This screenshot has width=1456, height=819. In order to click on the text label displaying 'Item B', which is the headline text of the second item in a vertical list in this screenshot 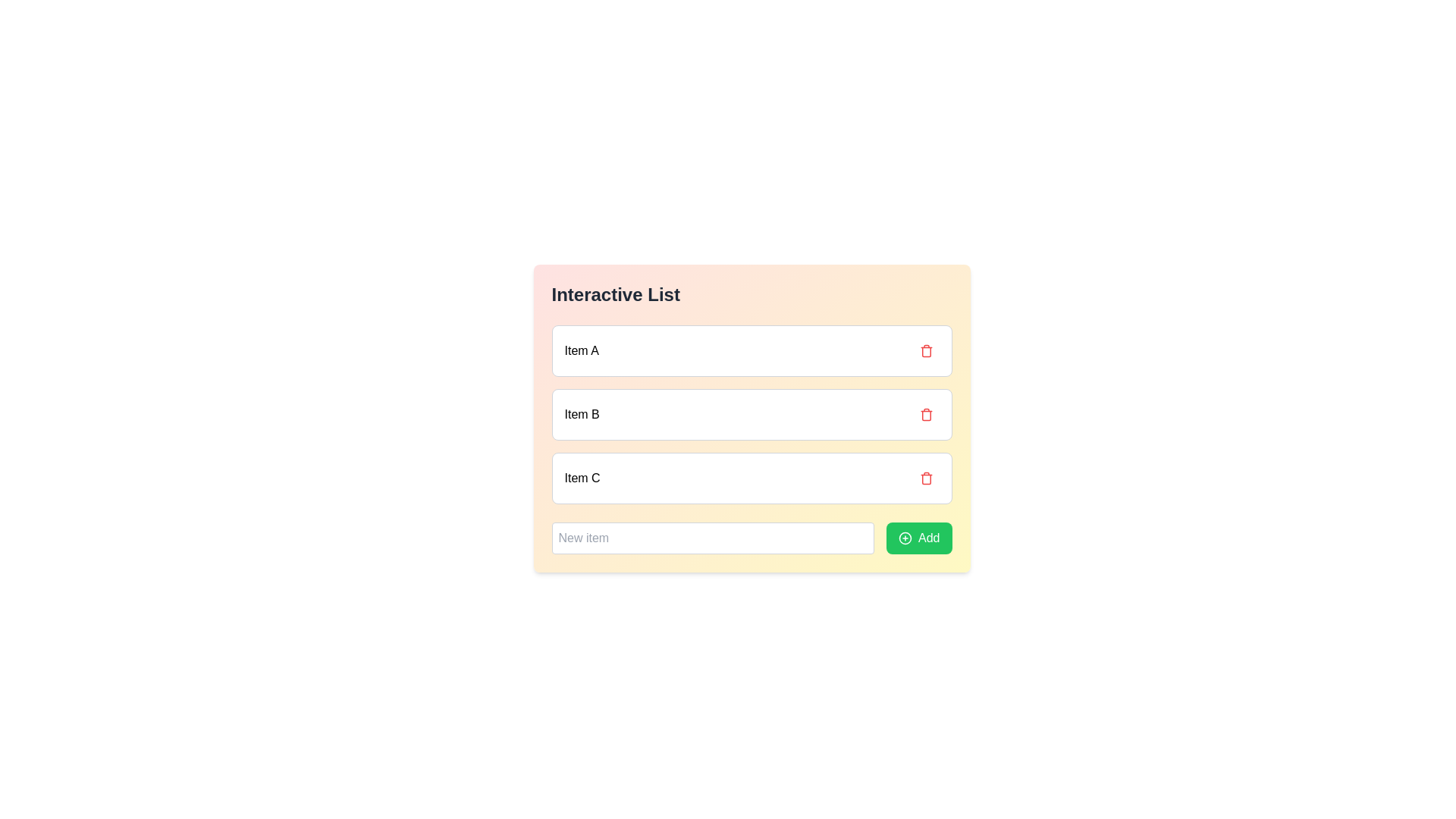, I will do `click(581, 415)`.